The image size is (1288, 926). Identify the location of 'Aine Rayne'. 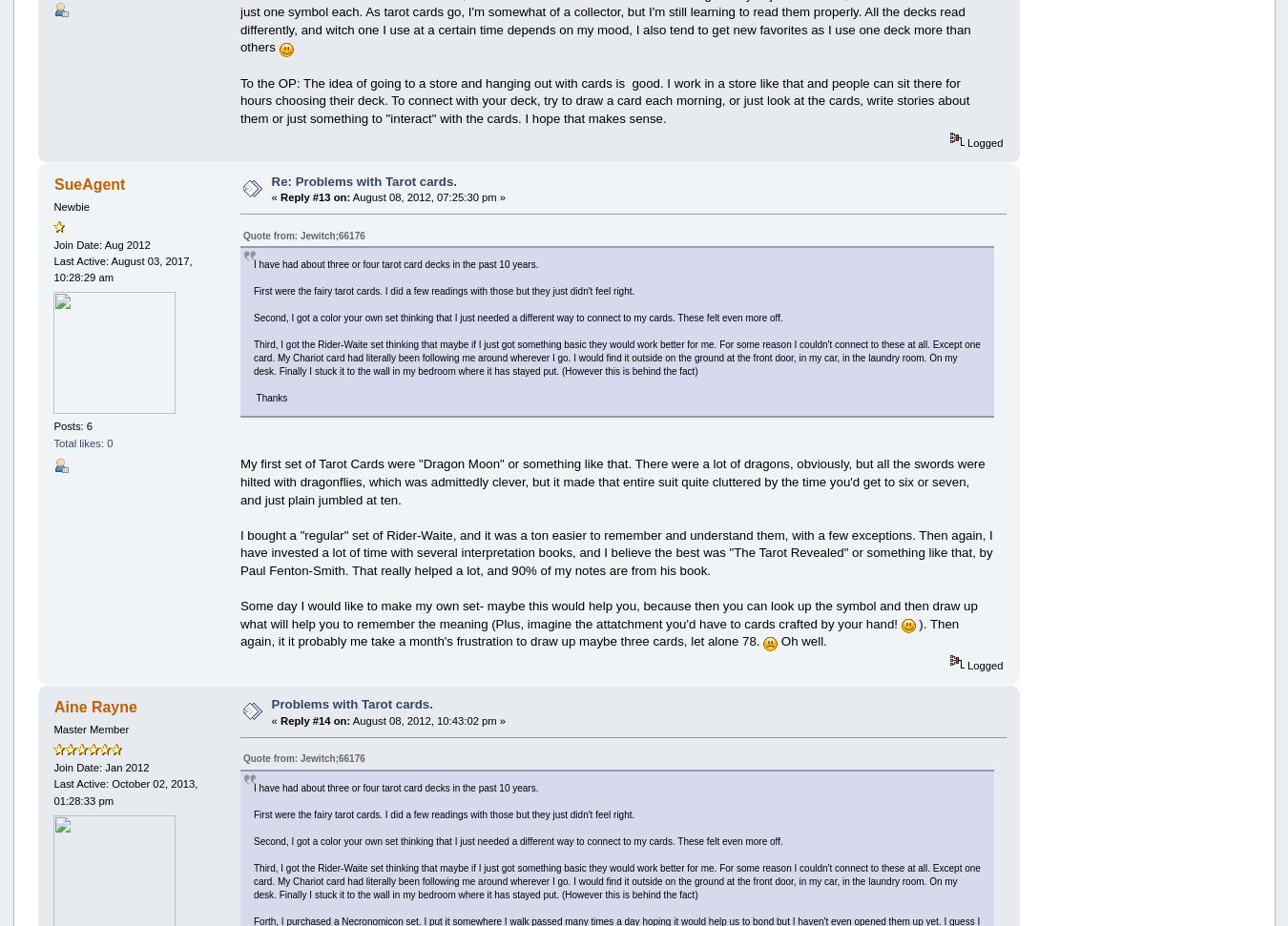
(94, 706).